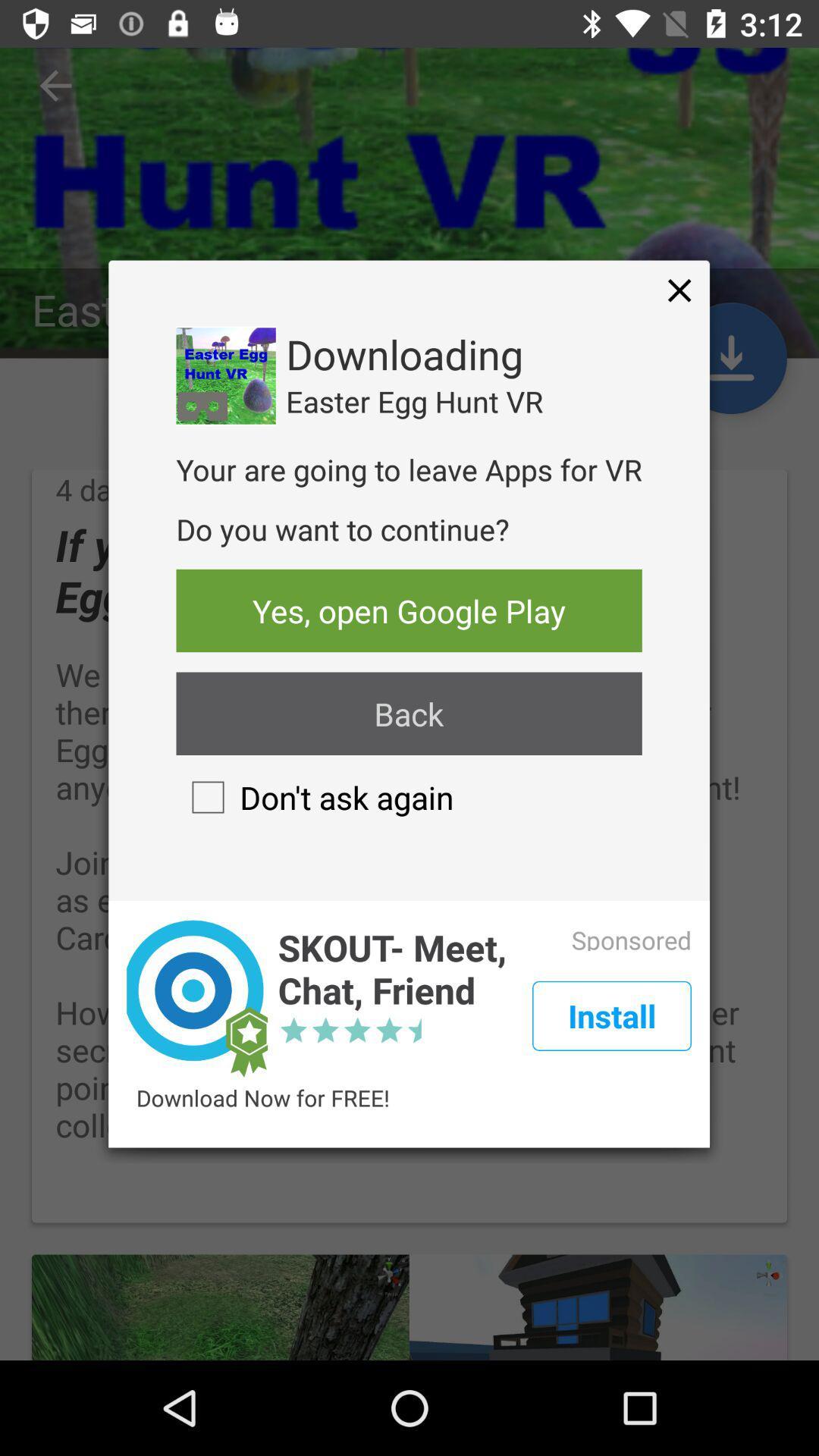 The image size is (819, 1456). Describe the element at coordinates (408, 713) in the screenshot. I see `the icon below the yes open google item` at that location.